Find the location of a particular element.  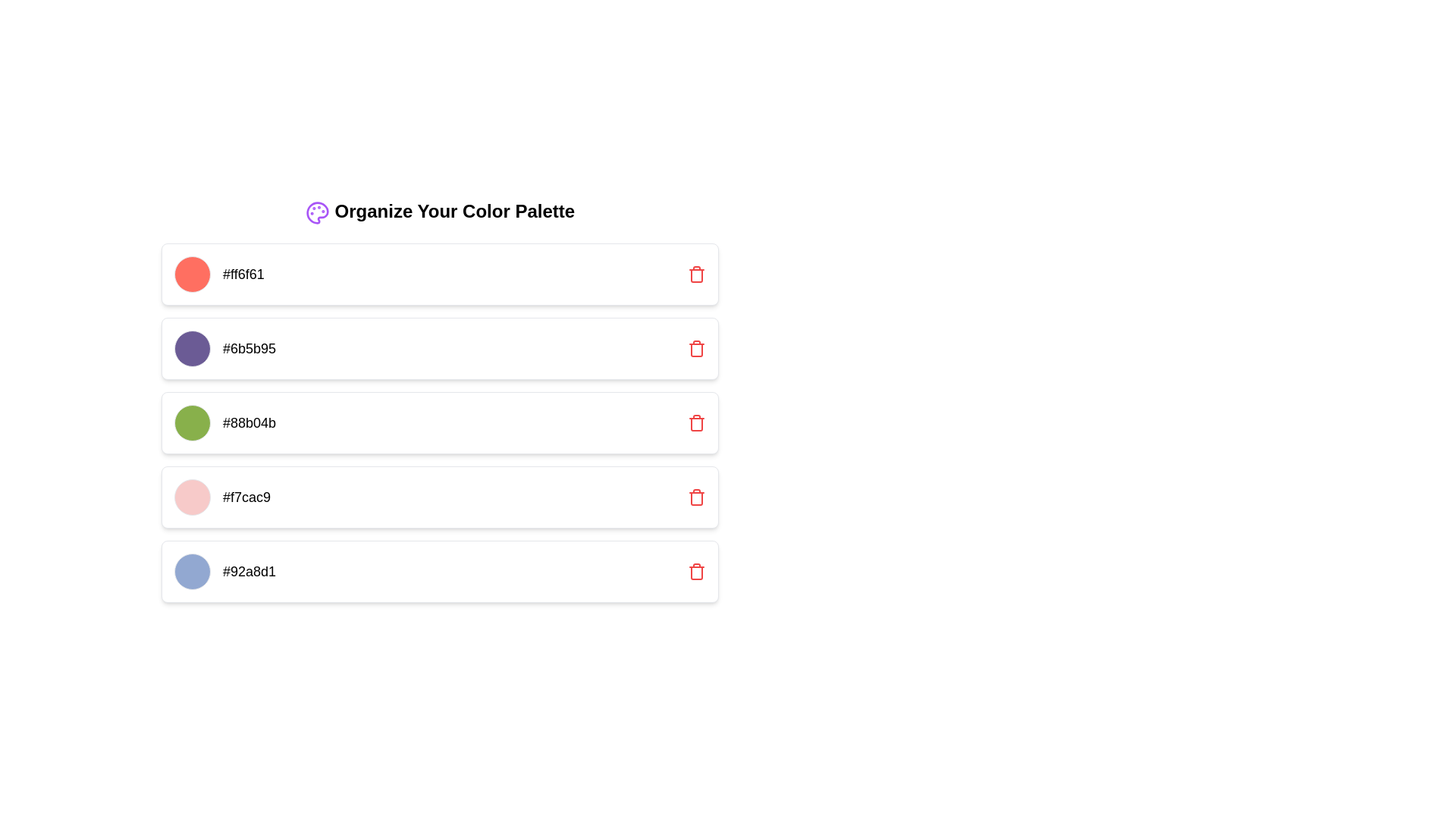

the text label displaying '#88b04b', which is styled in black font on a white background and is part of a color palette arrangement, located next to a green circular icon is located at coordinates (249, 422).